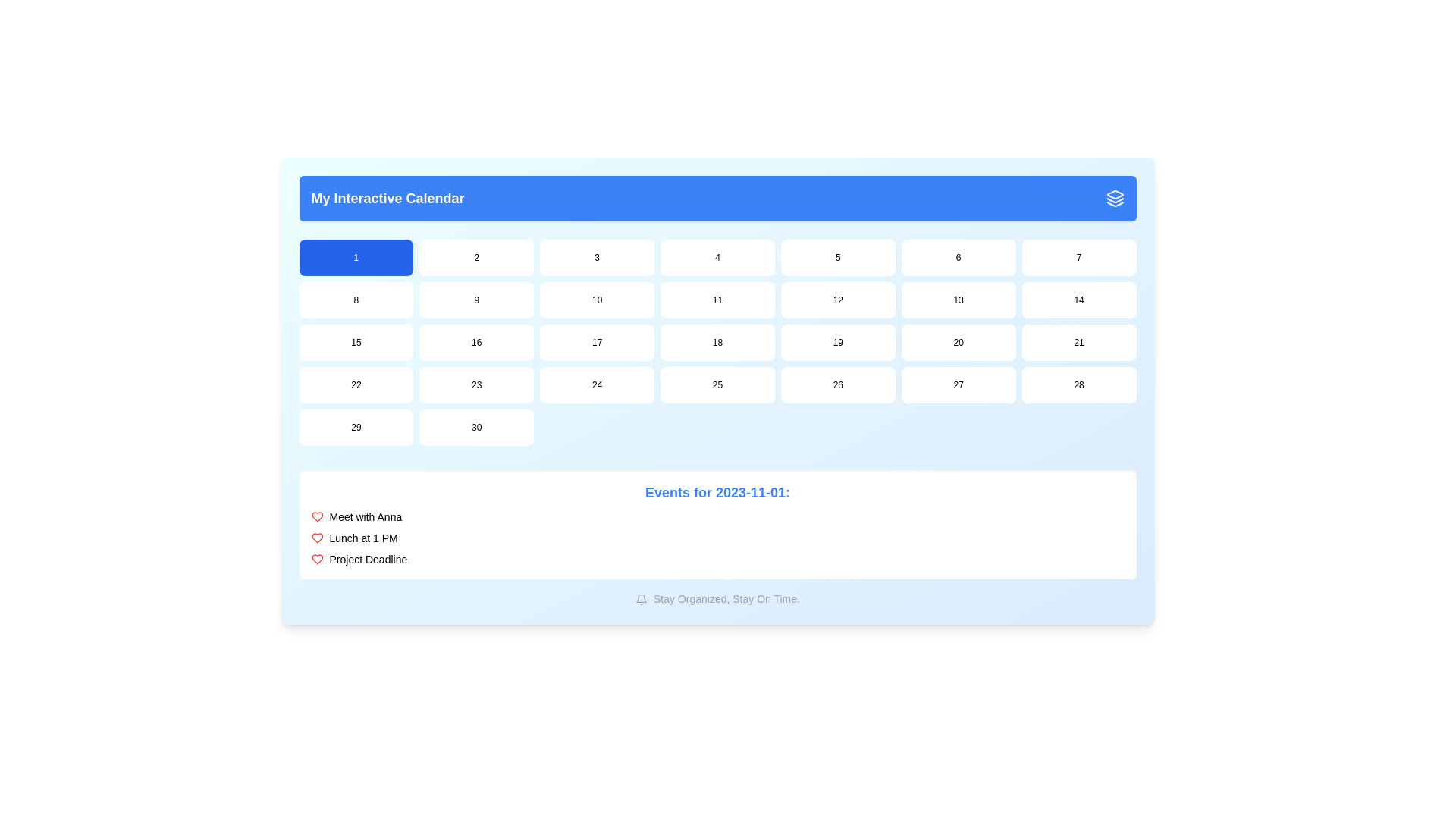 The height and width of the screenshot is (819, 1456). Describe the element at coordinates (837, 342) in the screenshot. I see `the rectangular button displaying the text '19'` at that location.